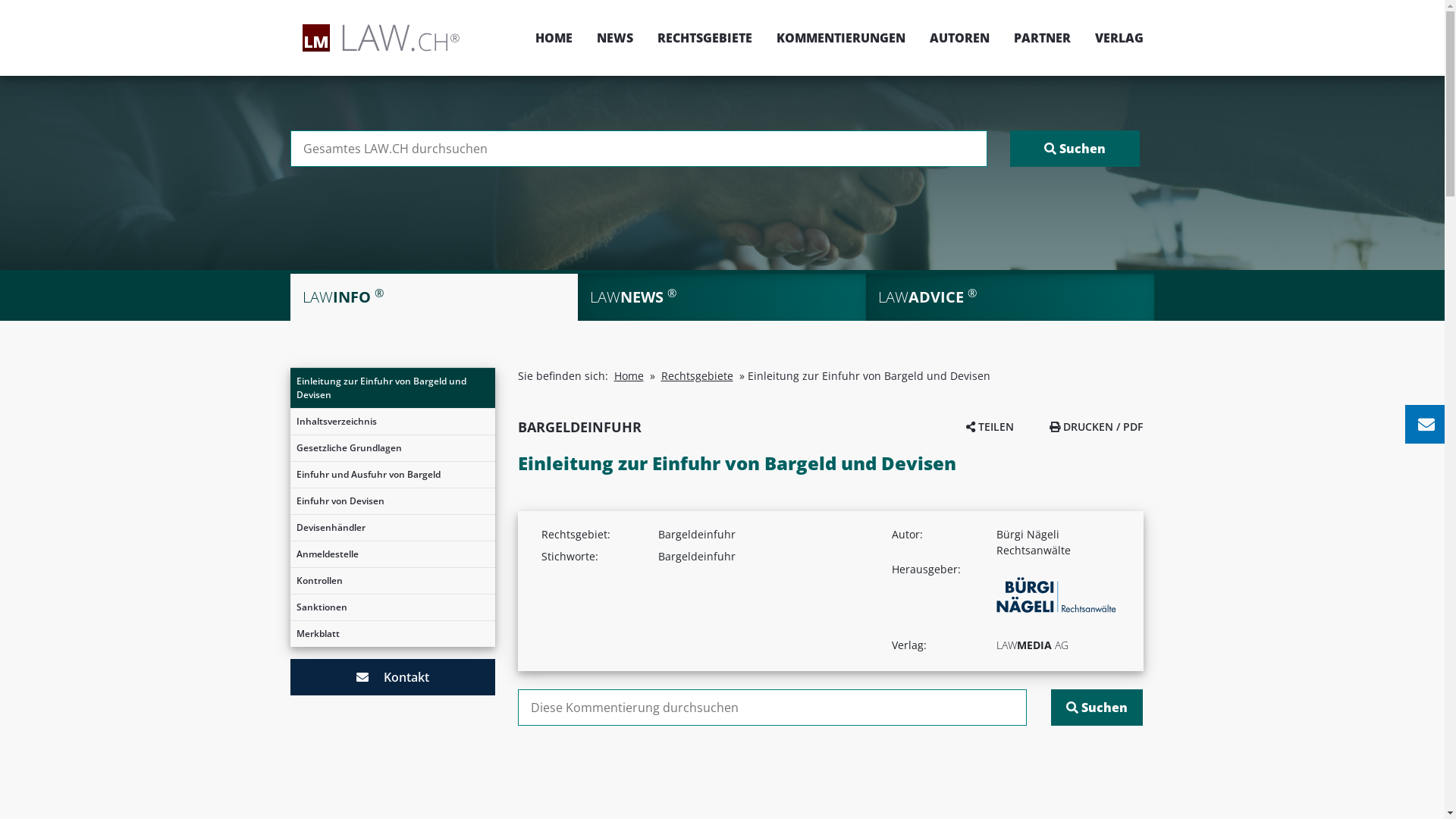 The height and width of the screenshot is (819, 1456). What do you see at coordinates (392, 580) in the screenshot?
I see `'Kontrollen'` at bounding box center [392, 580].